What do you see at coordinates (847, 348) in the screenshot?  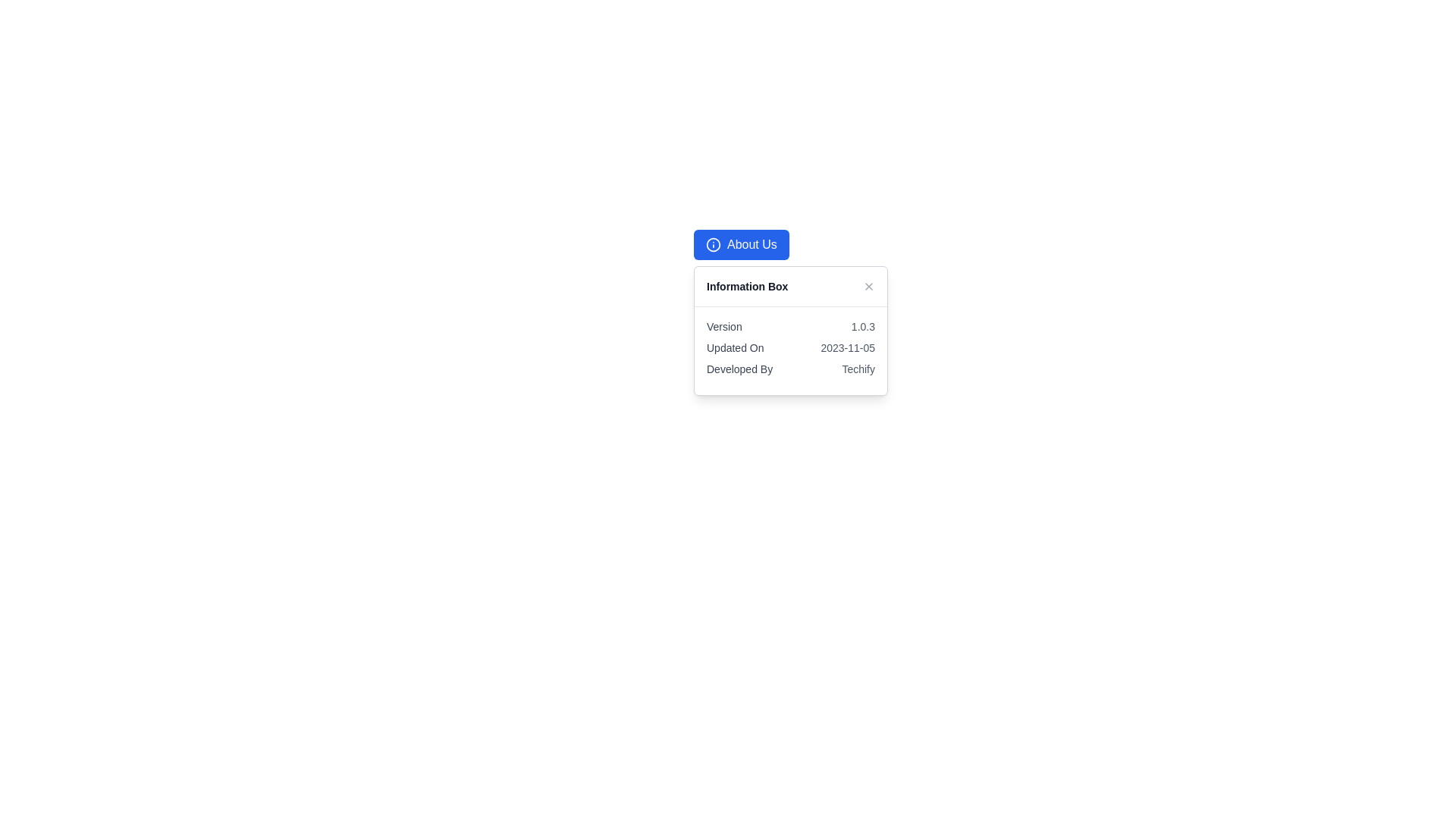 I see `the date text '2023-11-05' styled in a smaller gray font, located within the 'Information Box' card, next to 'Updated On'` at bounding box center [847, 348].